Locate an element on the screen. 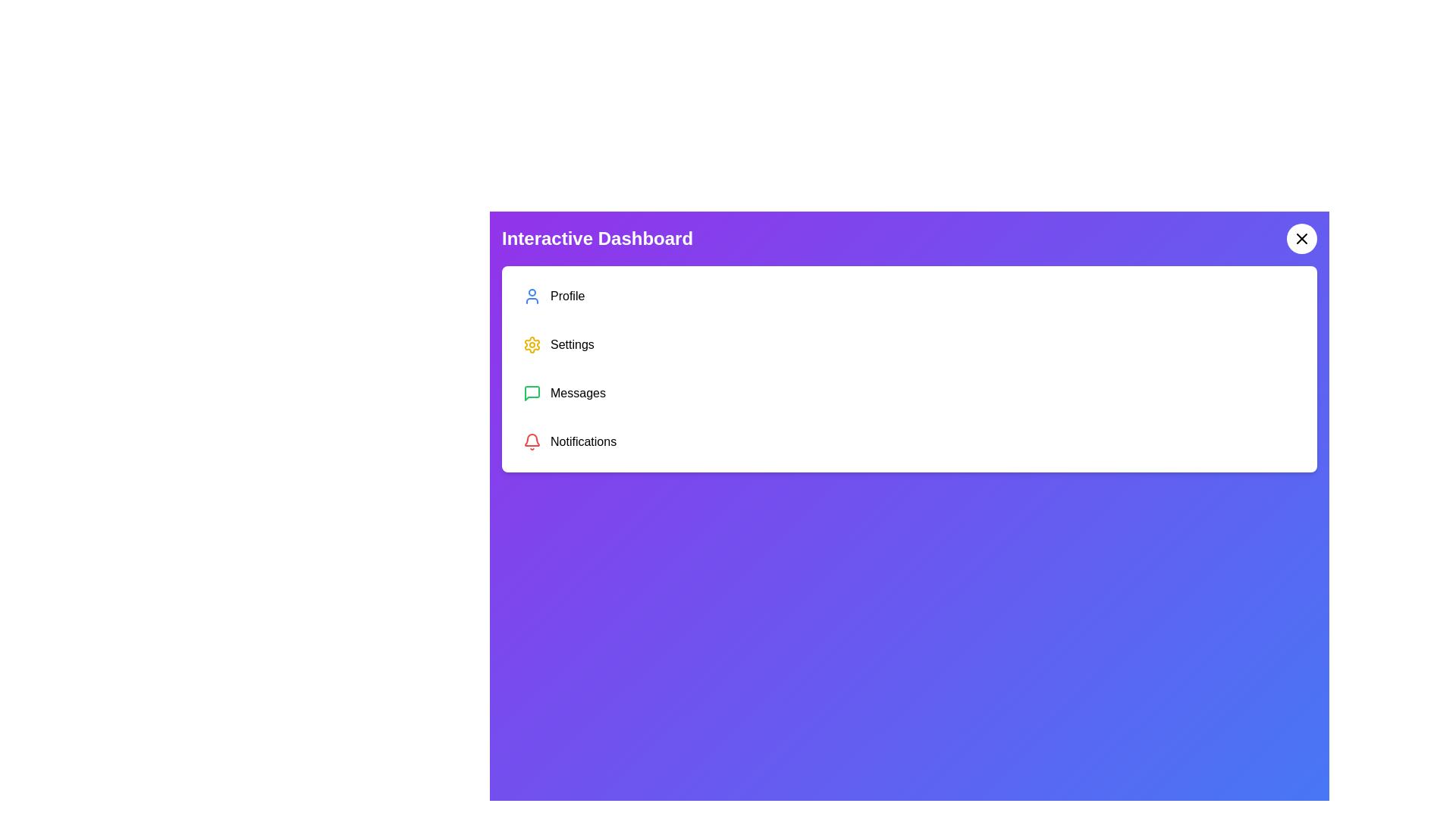 This screenshot has height=819, width=1456. the 'Profile' text label displayed in black font, located next to a blue user icon in the top-left section of the list area is located at coordinates (566, 296).